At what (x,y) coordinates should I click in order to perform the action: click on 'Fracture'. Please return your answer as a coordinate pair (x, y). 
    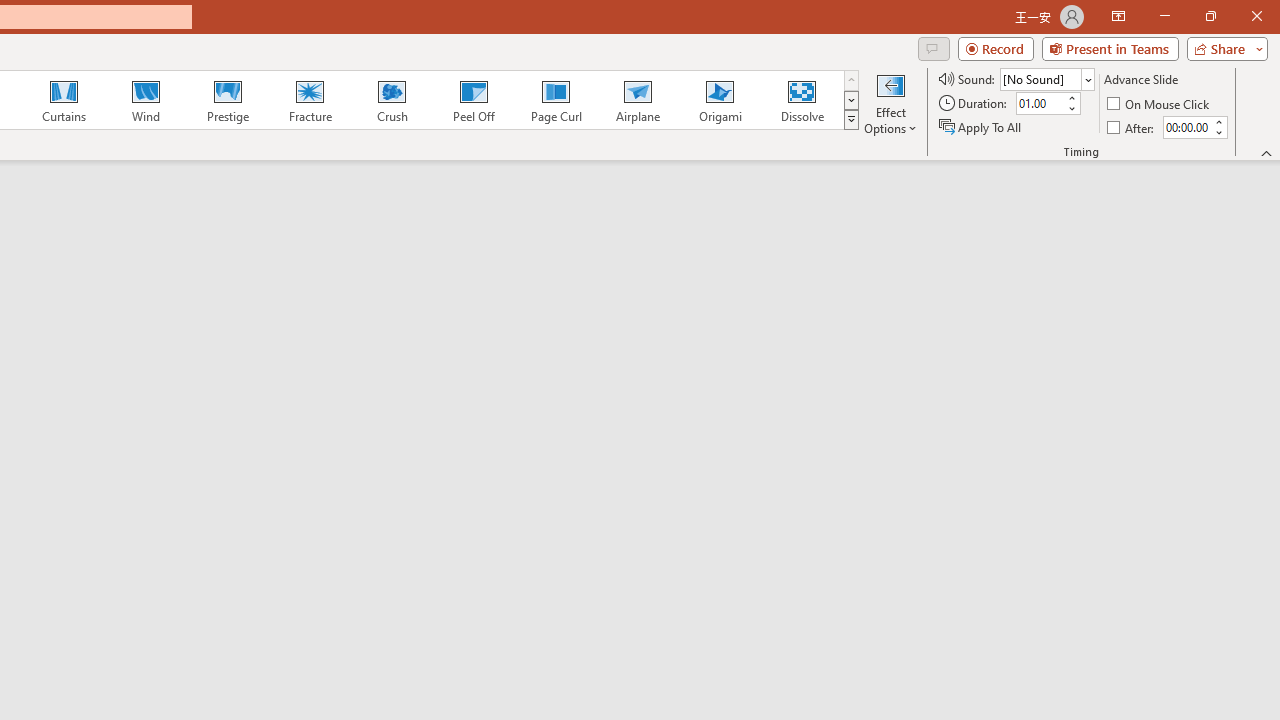
    Looking at the image, I should click on (308, 100).